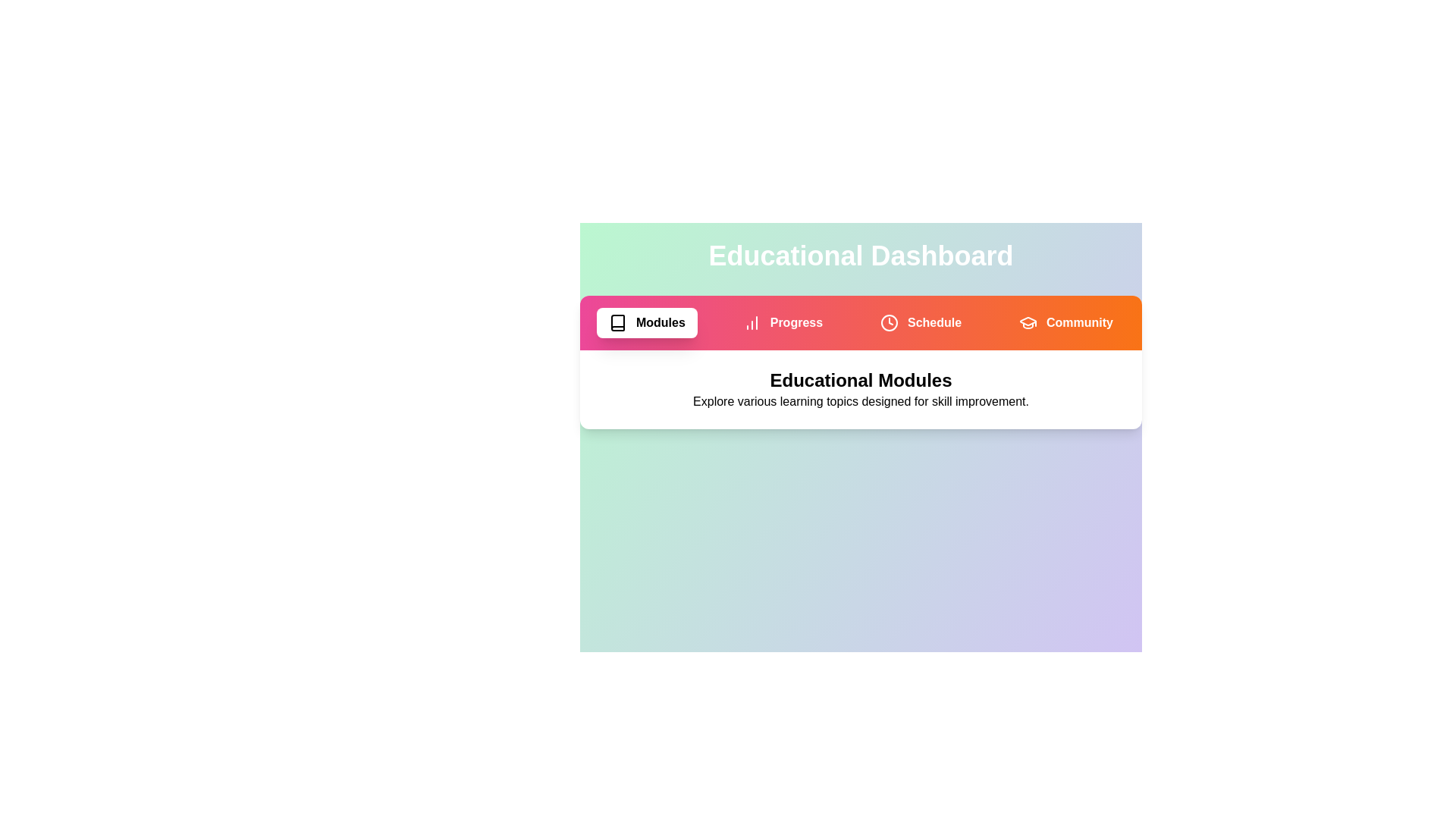 This screenshot has height=819, width=1456. Describe the element at coordinates (889, 322) in the screenshot. I see `the clock icon within the 'Schedule' option in the navigation menu` at that location.